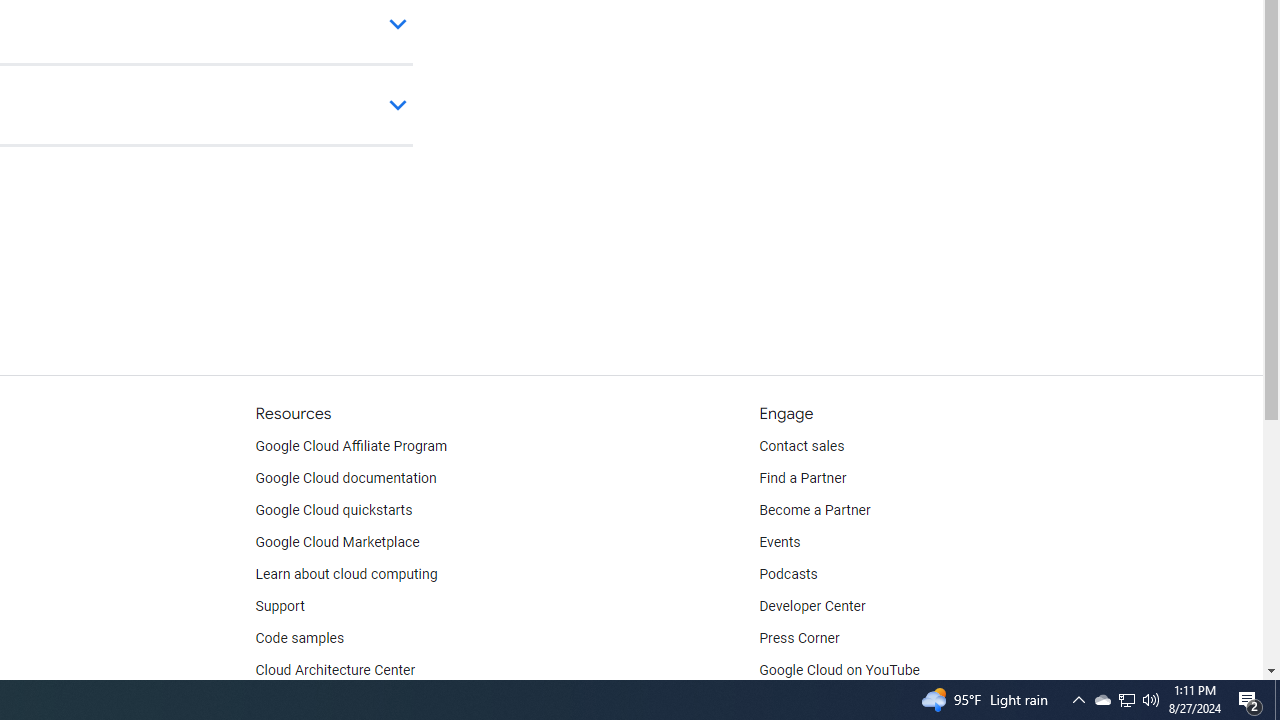 The height and width of the screenshot is (720, 1280). What do you see at coordinates (798, 639) in the screenshot?
I see `'Press Corner'` at bounding box center [798, 639].